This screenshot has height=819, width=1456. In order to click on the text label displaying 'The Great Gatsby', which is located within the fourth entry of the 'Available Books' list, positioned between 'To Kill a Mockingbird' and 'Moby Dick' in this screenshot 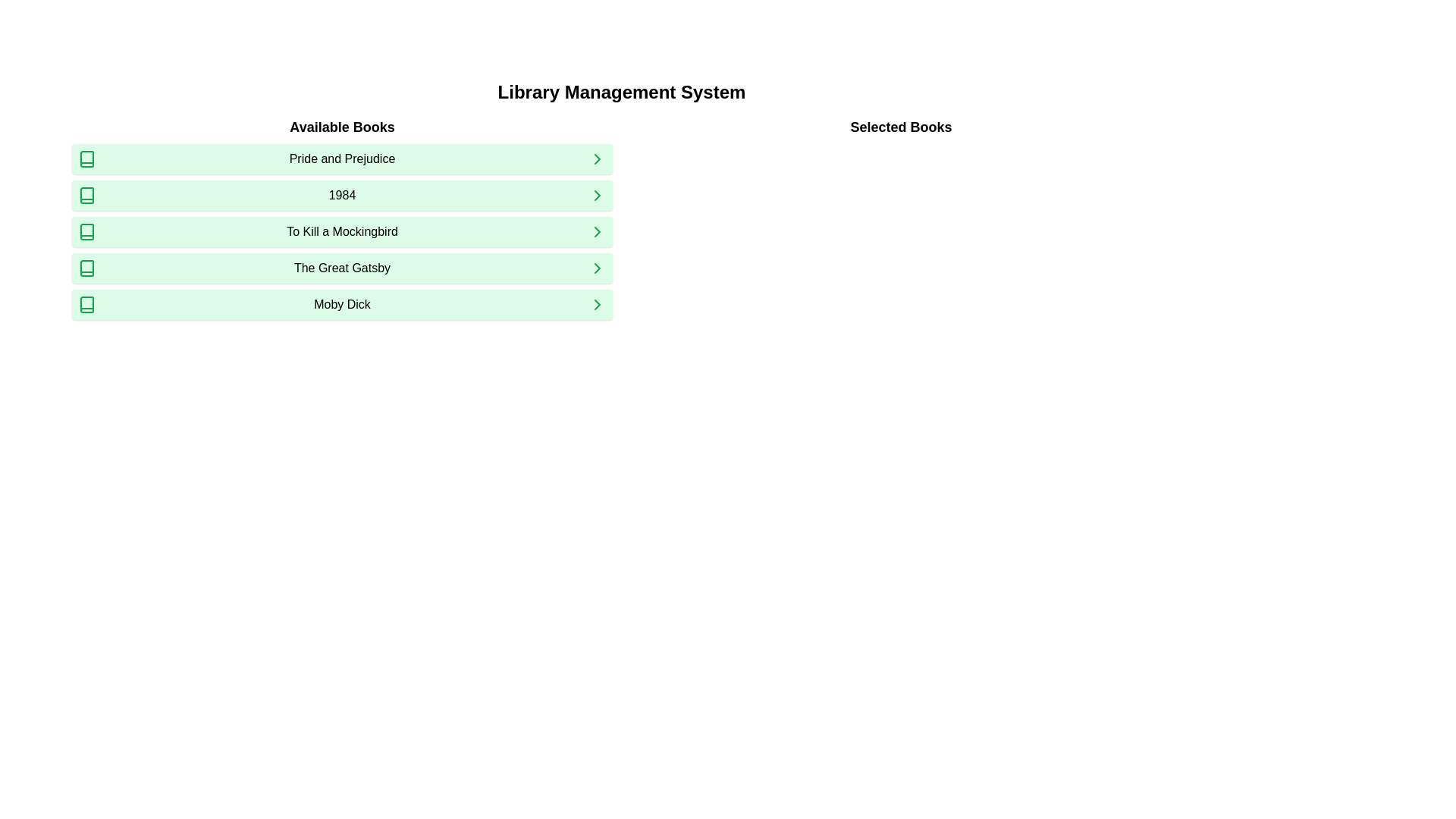, I will do `click(341, 268)`.